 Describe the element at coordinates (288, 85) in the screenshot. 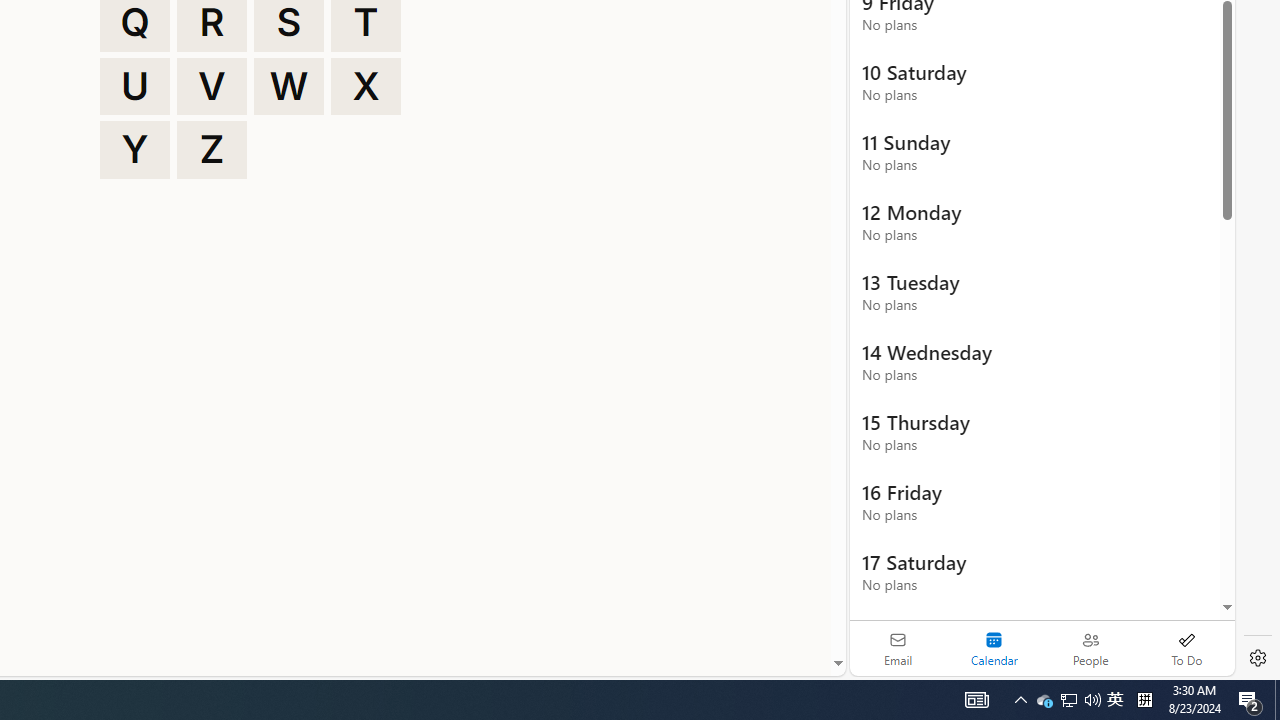

I see `'W'` at that location.